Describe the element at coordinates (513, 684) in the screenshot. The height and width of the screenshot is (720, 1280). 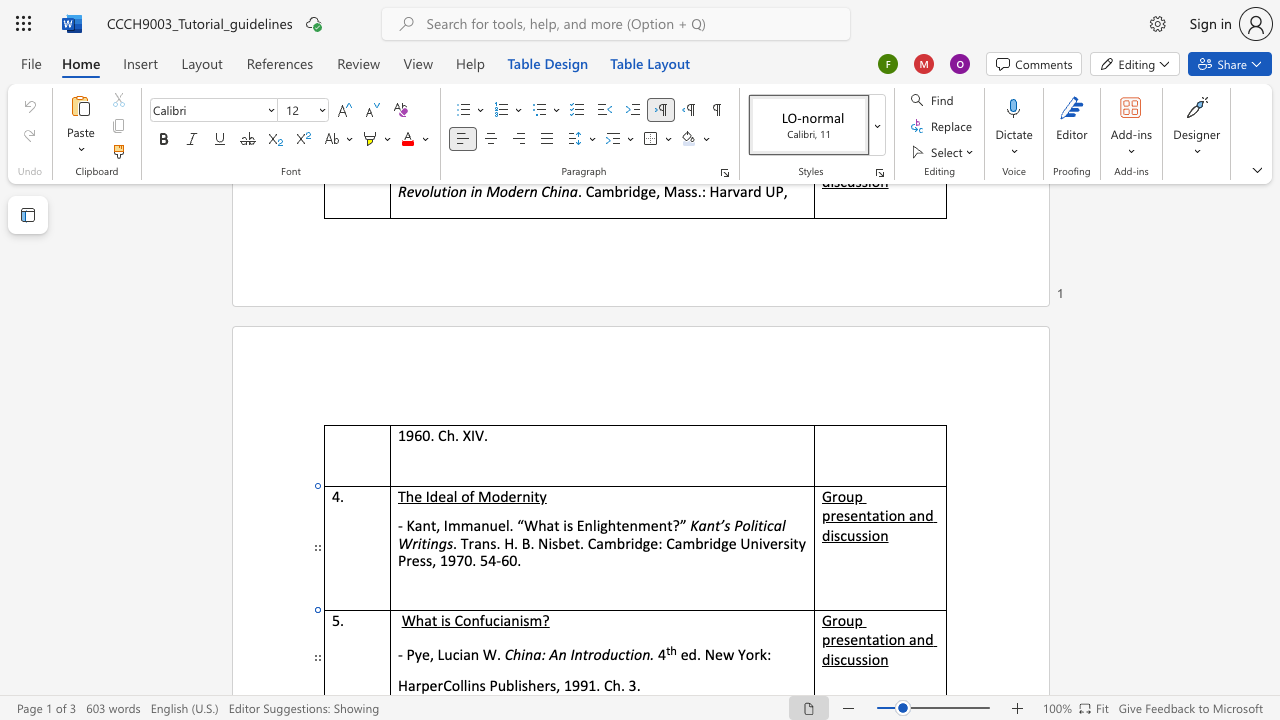
I see `the space between the continuous character "b" and "l" in the text` at that location.